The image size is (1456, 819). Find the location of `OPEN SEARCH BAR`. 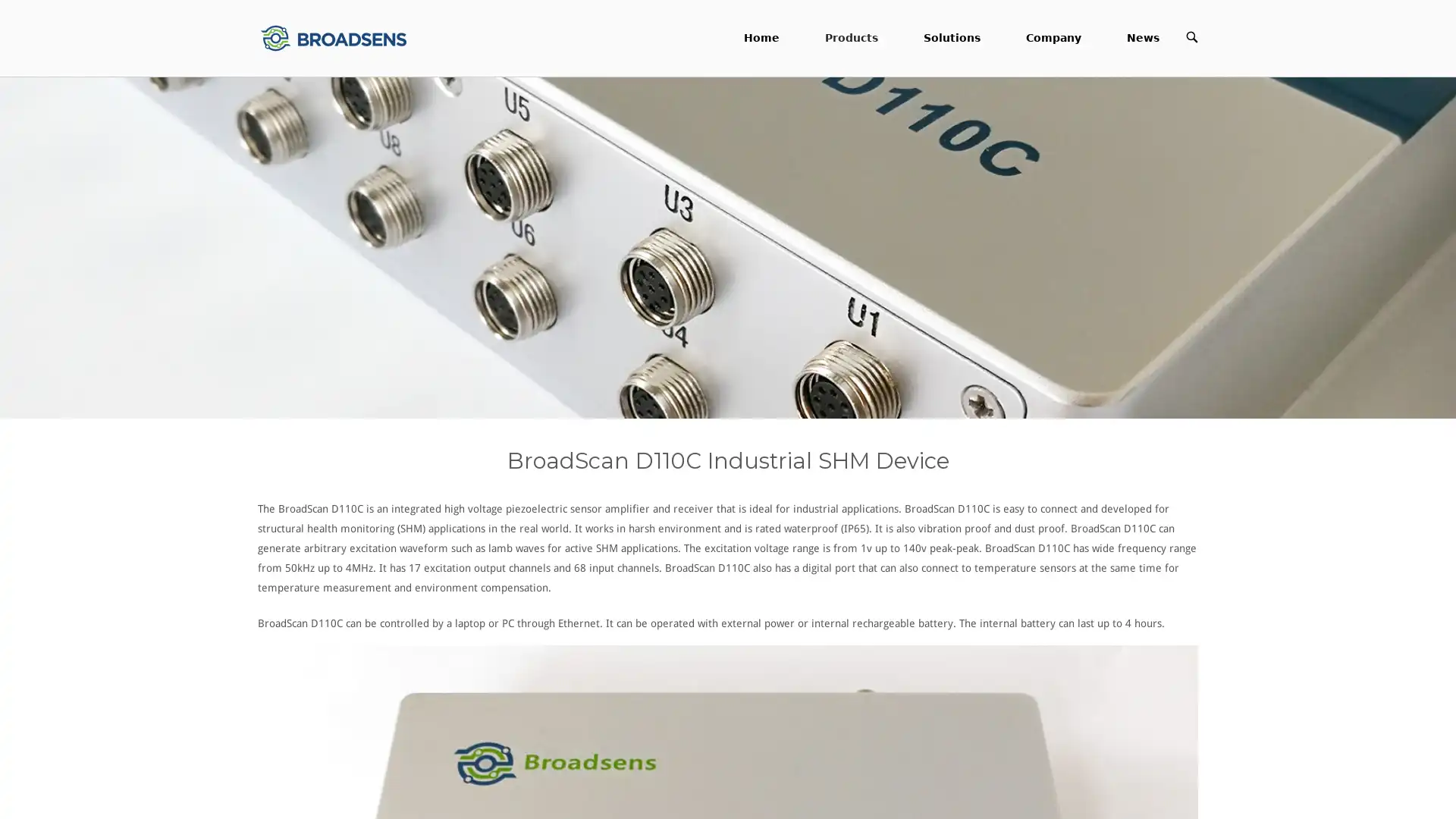

OPEN SEARCH BAR is located at coordinates (1191, 36).